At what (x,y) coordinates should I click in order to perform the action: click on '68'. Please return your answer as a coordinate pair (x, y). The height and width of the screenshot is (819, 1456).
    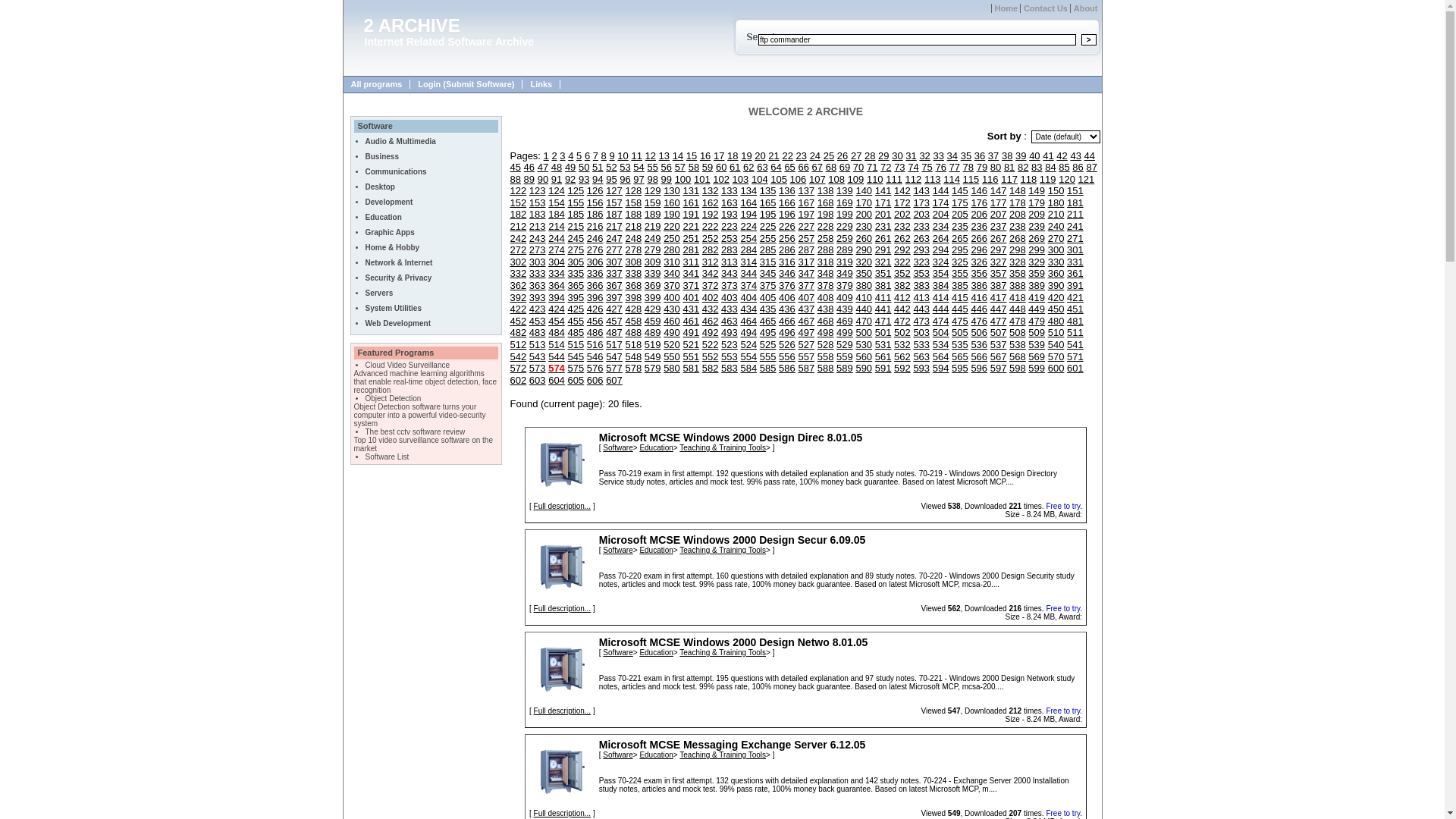
    Looking at the image, I should click on (825, 167).